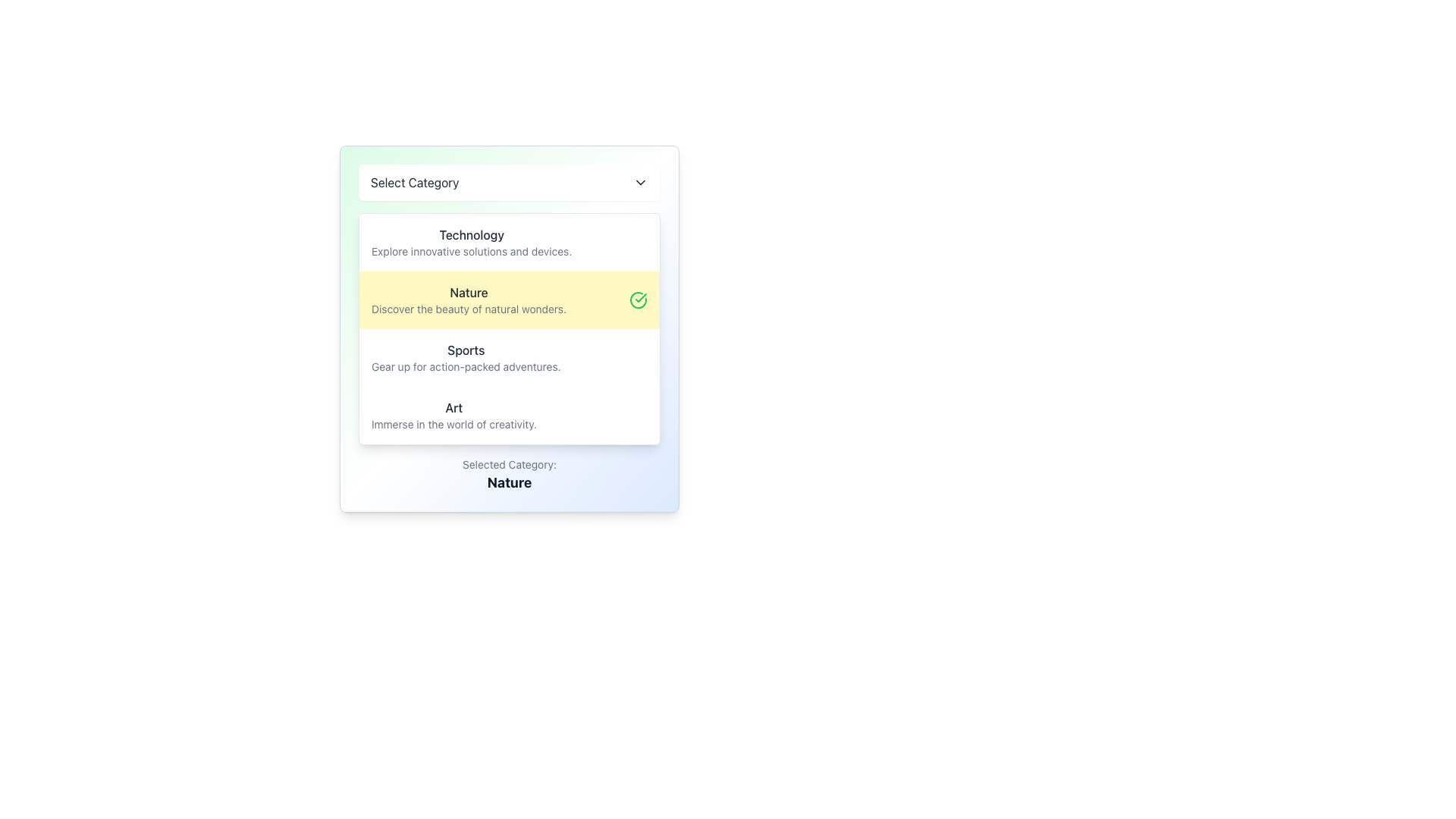 The height and width of the screenshot is (819, 1456). I want to click on the downward-pointing chevron icon located on the far right side of the 'Select Category' button, so click(640, 181).